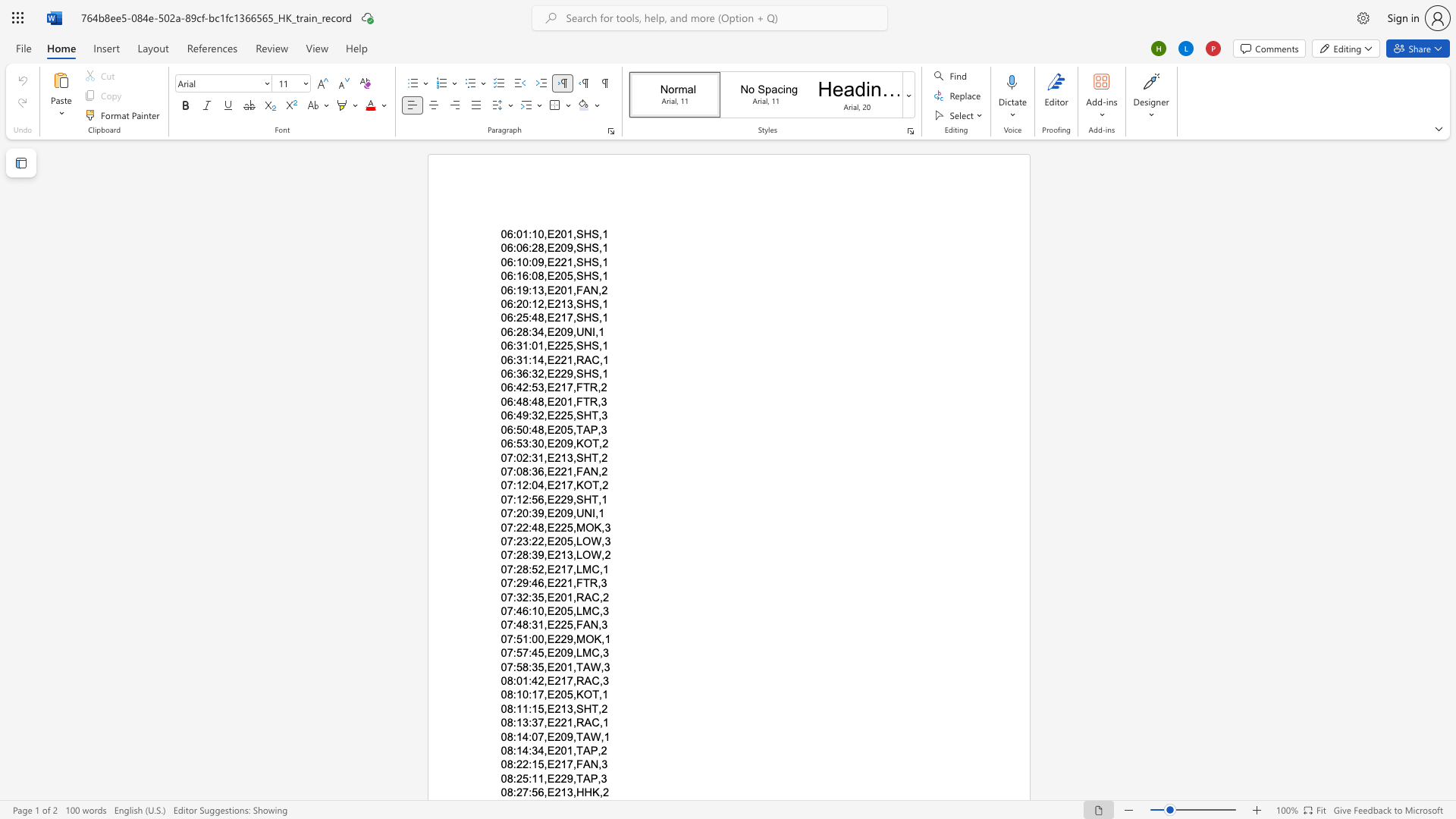  I want to click on the subset text "15,E217,FAN," within the text "08:22:15,E217,FAN,3", so click(532, 764).